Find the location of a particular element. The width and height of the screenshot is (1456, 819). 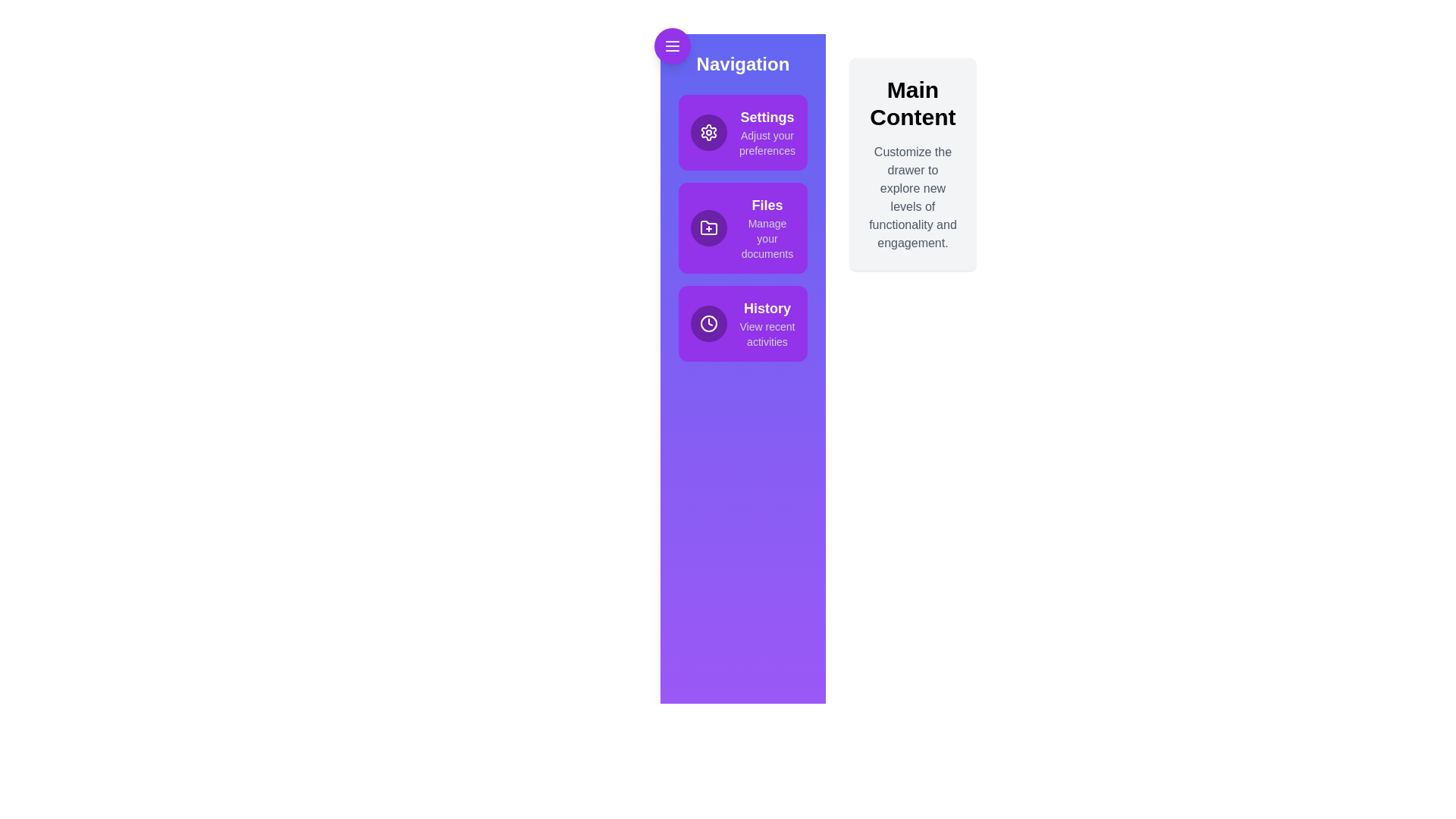

the 'Files' section to manage documents is located at coordinates (742, 227).